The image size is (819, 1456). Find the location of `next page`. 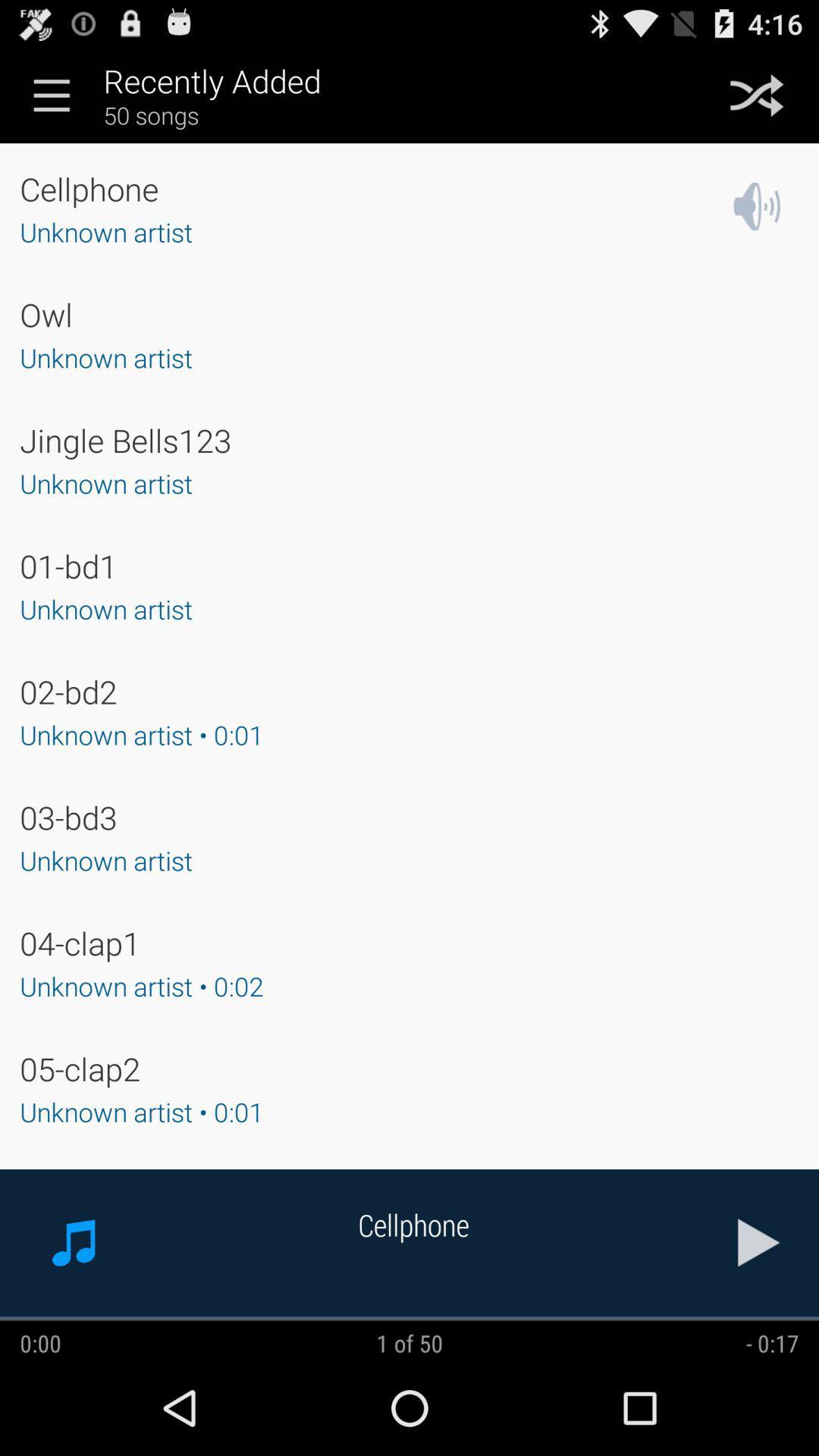

next page is located at coordinates (759, 1242).